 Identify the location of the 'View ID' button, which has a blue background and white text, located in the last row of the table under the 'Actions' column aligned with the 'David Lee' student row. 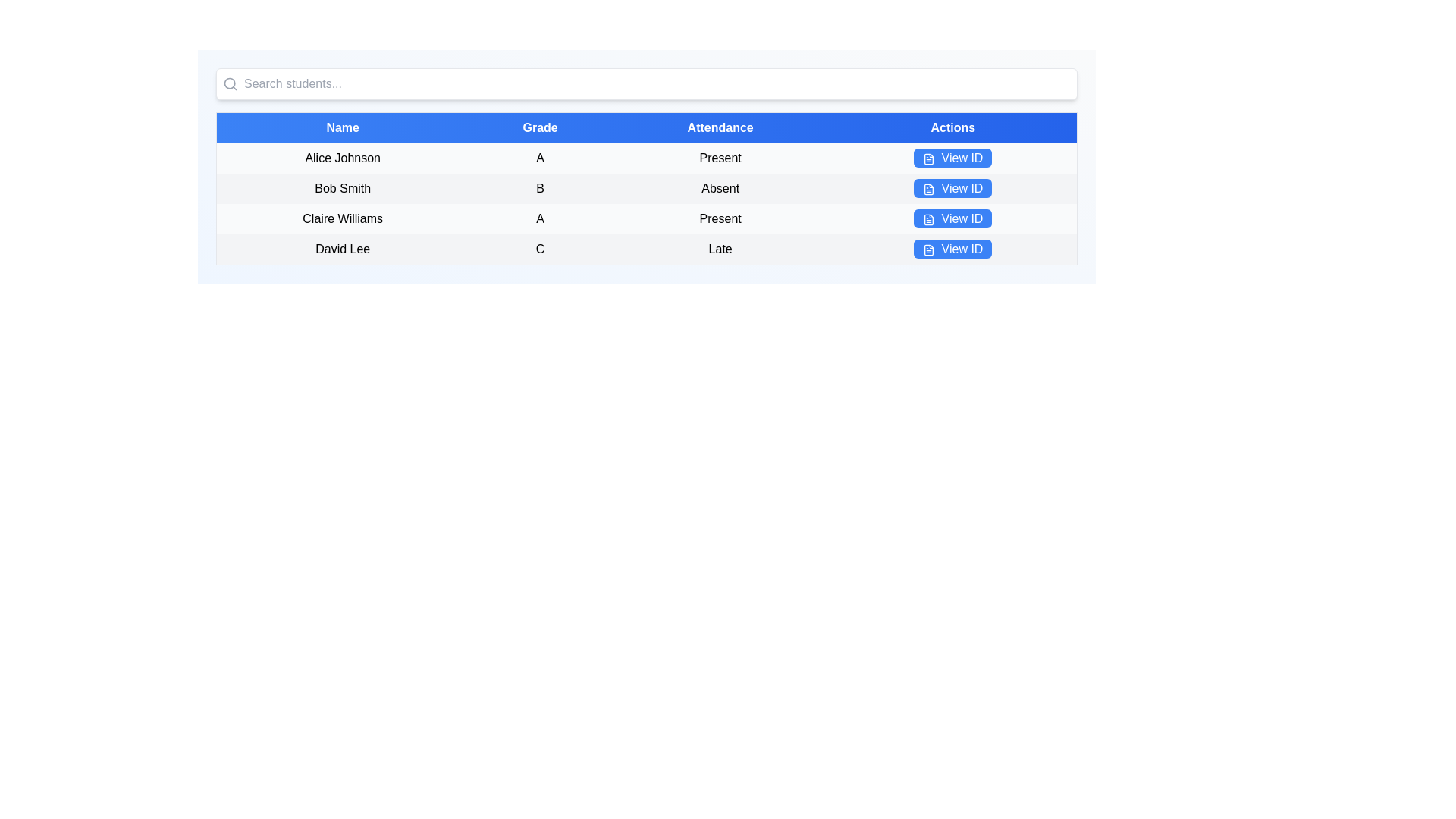
(952, 249).